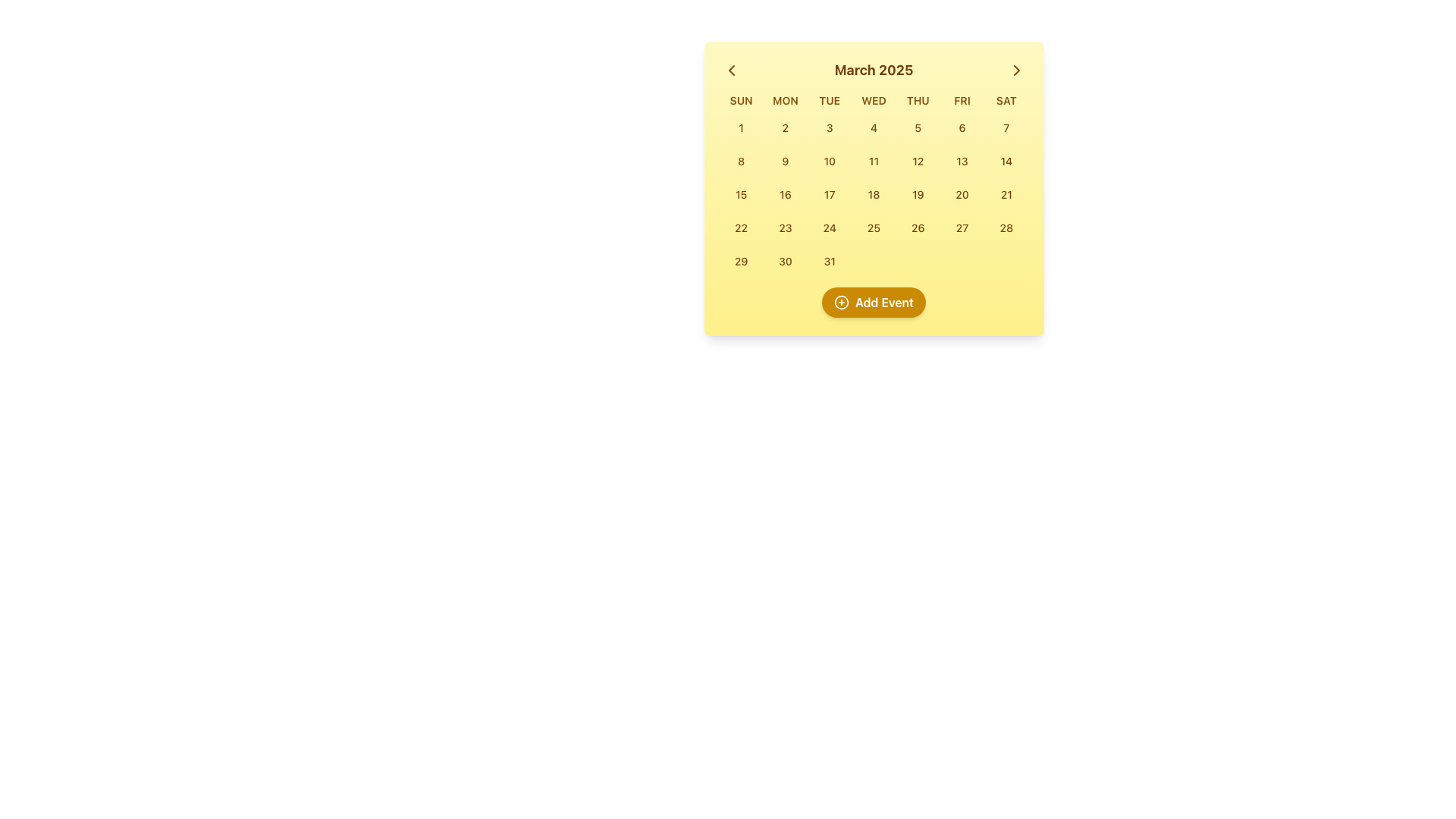 The image size is (1456, 819). What do you see at coordinates (874, 127) in the screenshot?
I see `the calendar day cell representing the number '4' in March 2025` at bounding box center [874, 127].